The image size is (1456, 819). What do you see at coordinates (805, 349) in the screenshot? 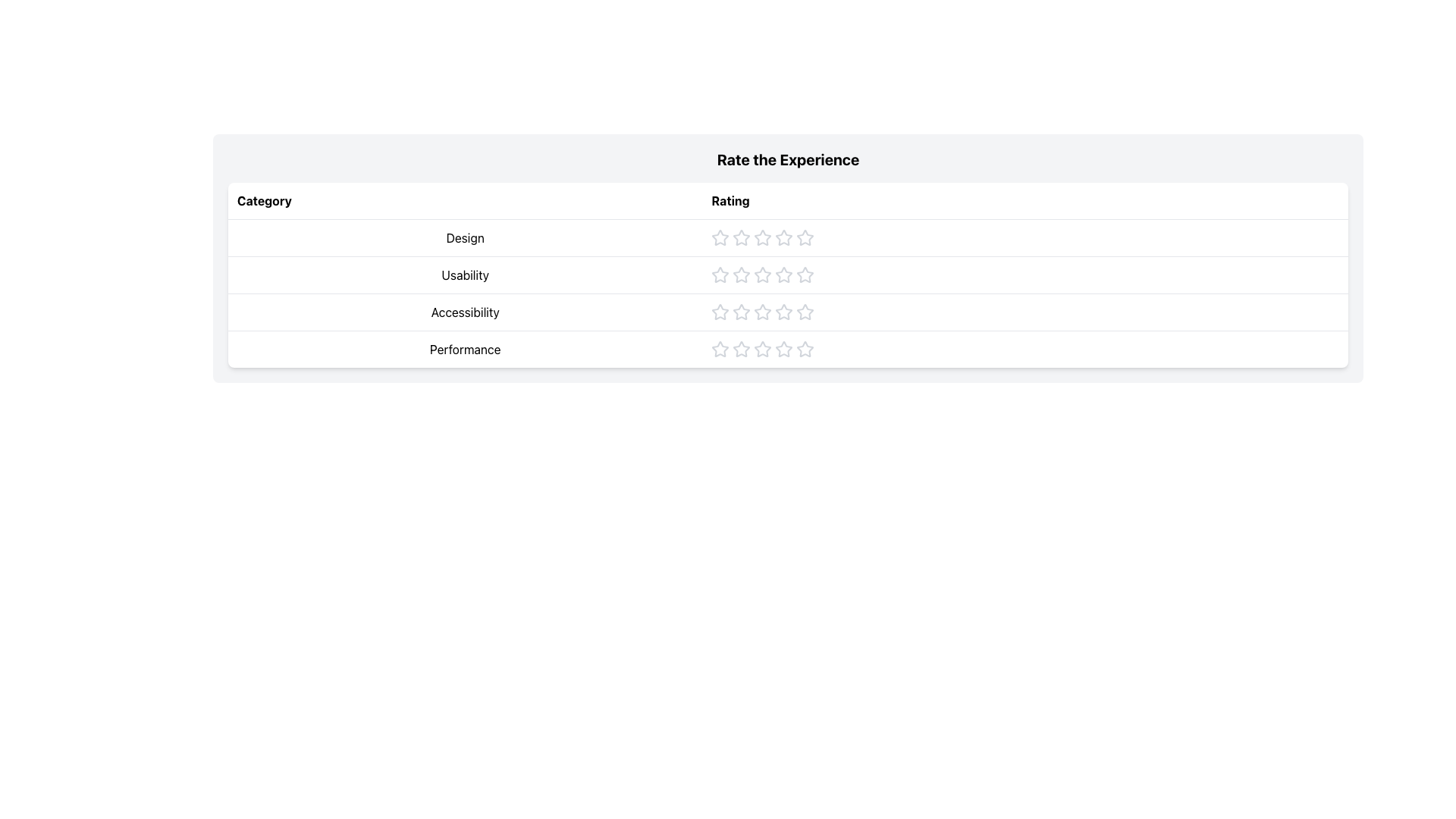
I see `the fourth star in the 'Performance' rating category` at bounding box center [805, 349].